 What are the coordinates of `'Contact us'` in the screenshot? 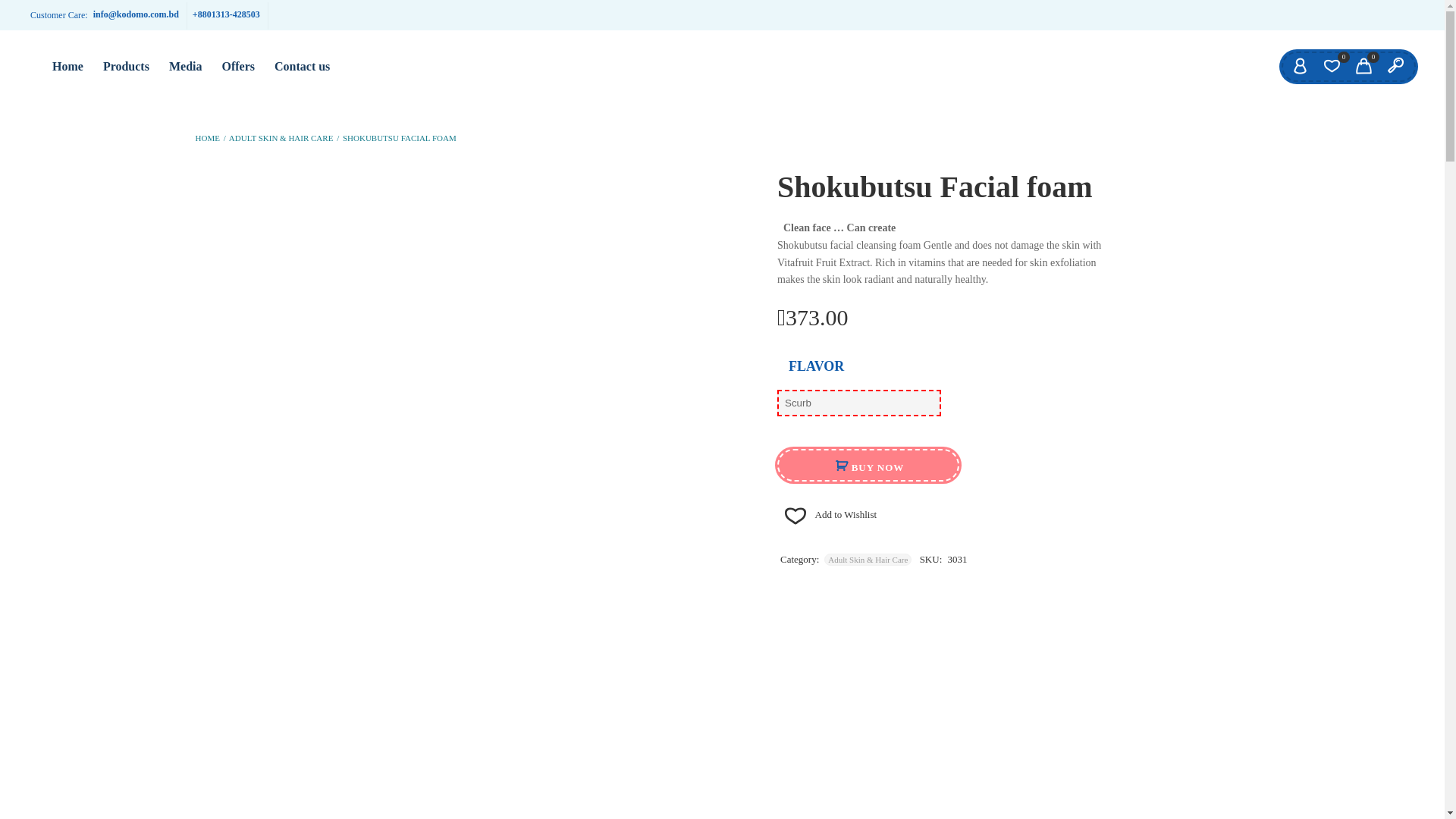 It's located at (302, 66).